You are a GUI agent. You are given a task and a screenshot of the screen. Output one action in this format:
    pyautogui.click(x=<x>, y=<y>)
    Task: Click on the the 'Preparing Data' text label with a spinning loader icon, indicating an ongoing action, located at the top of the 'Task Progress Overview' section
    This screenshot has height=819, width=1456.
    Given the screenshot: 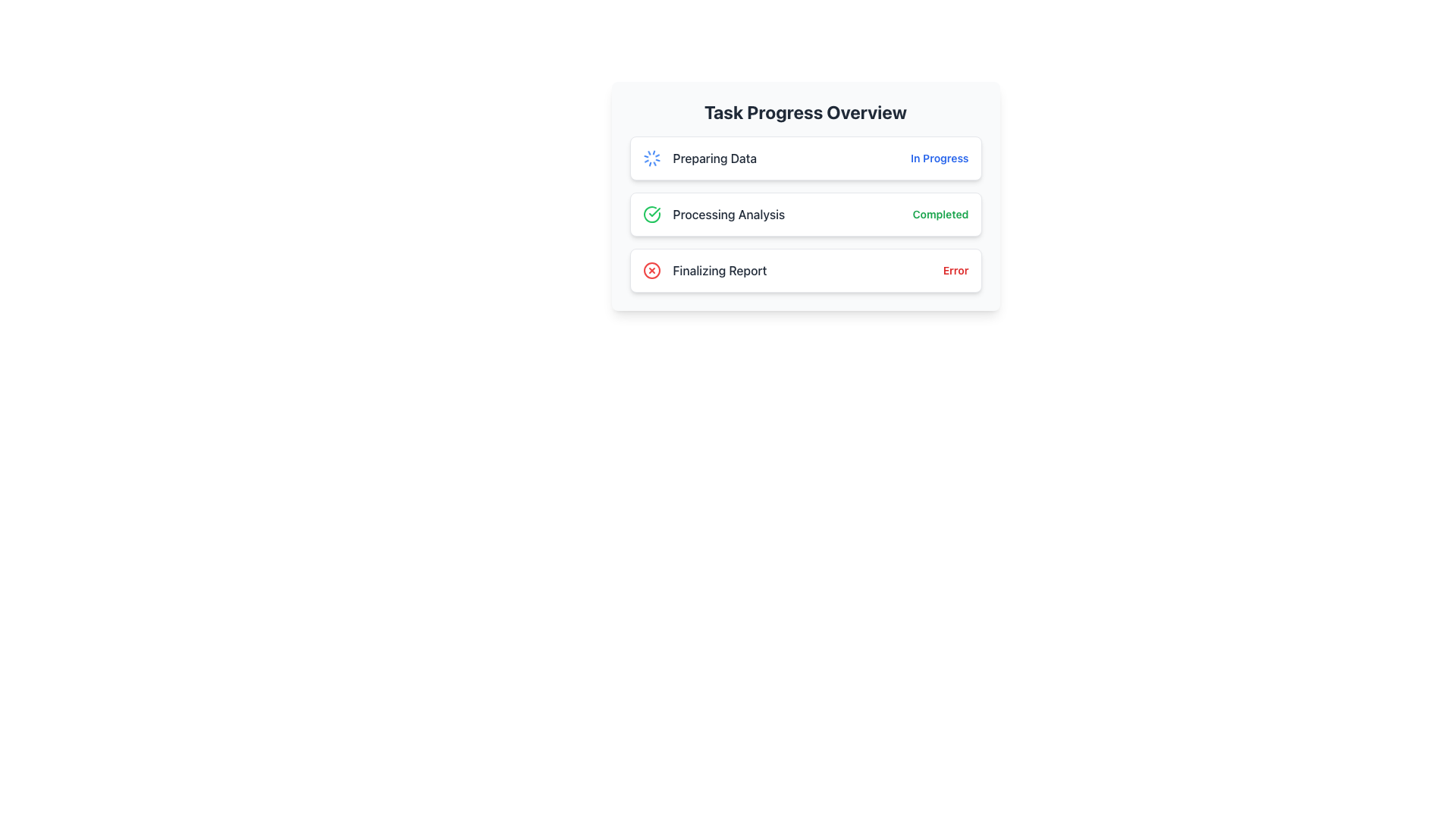 What is the action you would take?
    pyautogui.click(x=698, y=158)
    